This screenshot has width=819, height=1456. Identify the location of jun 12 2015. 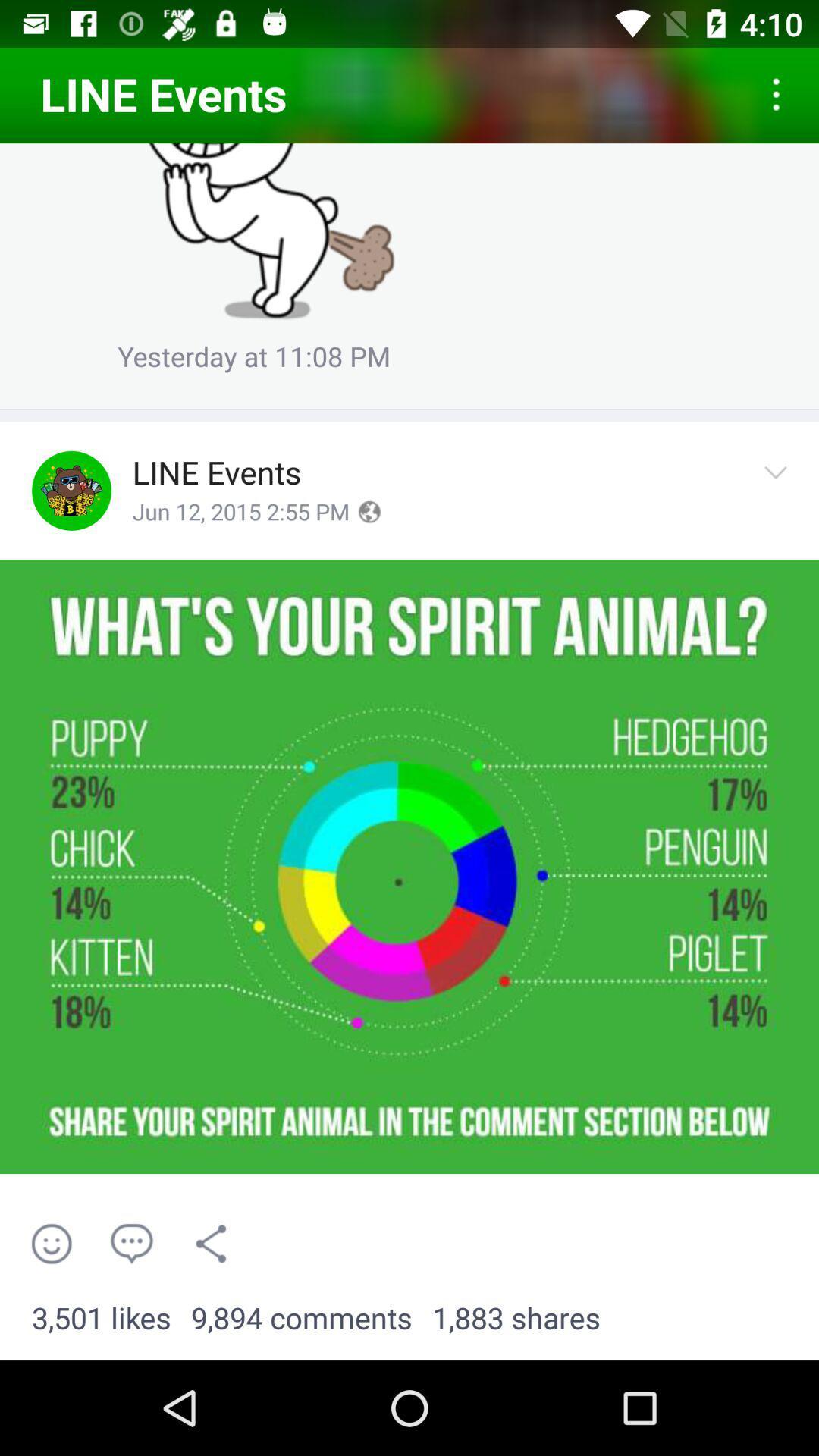
(240, 513).